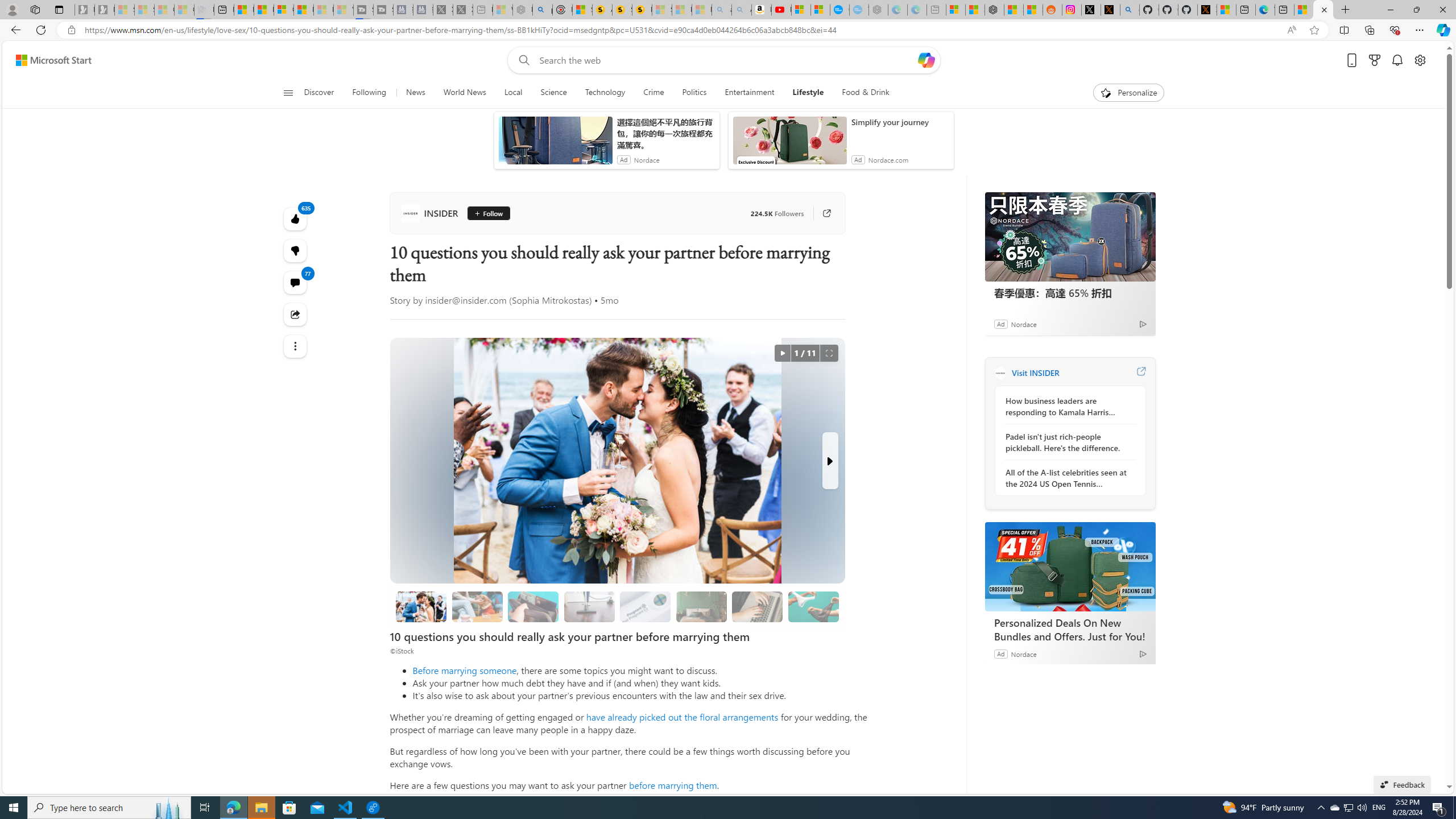 Image resolution: width=1456 pixels, height=819 pixels. I want to click on 'Two friend sitting at a coffee shop petting a dog.', so click(477, 606).